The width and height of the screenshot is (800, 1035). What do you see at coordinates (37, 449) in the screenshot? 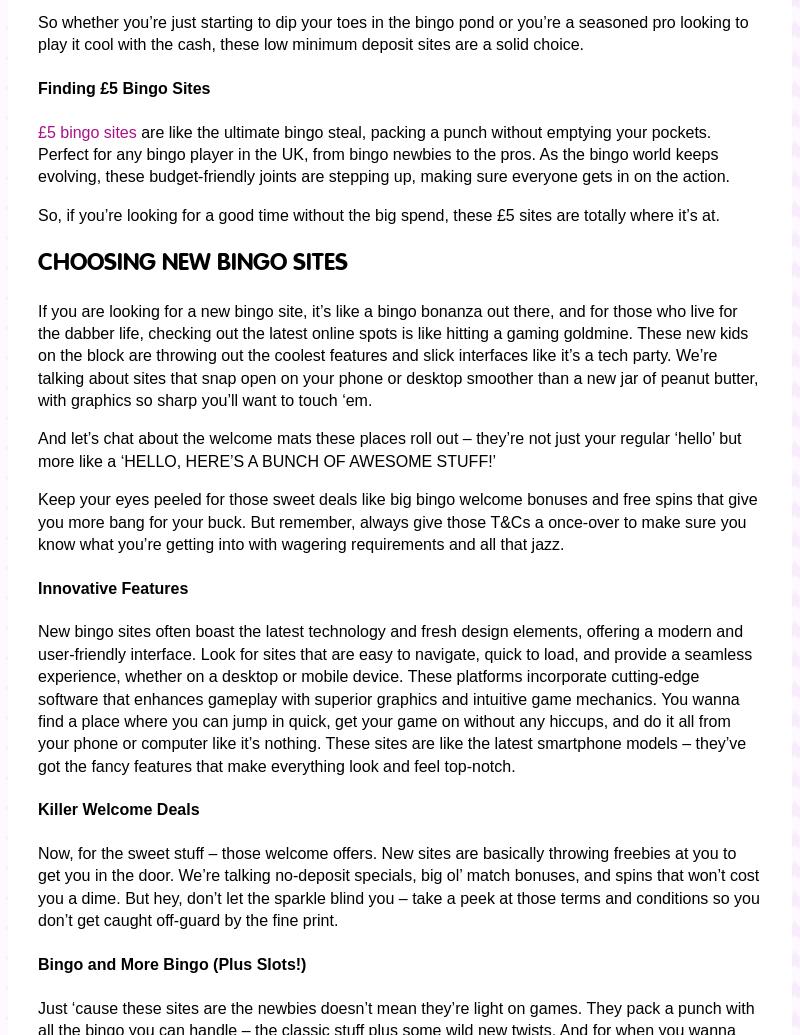
I see `'And let’s chat about the welcome mats these places roll out – they’re not just your regular ‘hello’ but more like a ‘HELLO, HERE’S A BUNCH OF AWESOME STUFF!’'` at bounding box center [37, 449].